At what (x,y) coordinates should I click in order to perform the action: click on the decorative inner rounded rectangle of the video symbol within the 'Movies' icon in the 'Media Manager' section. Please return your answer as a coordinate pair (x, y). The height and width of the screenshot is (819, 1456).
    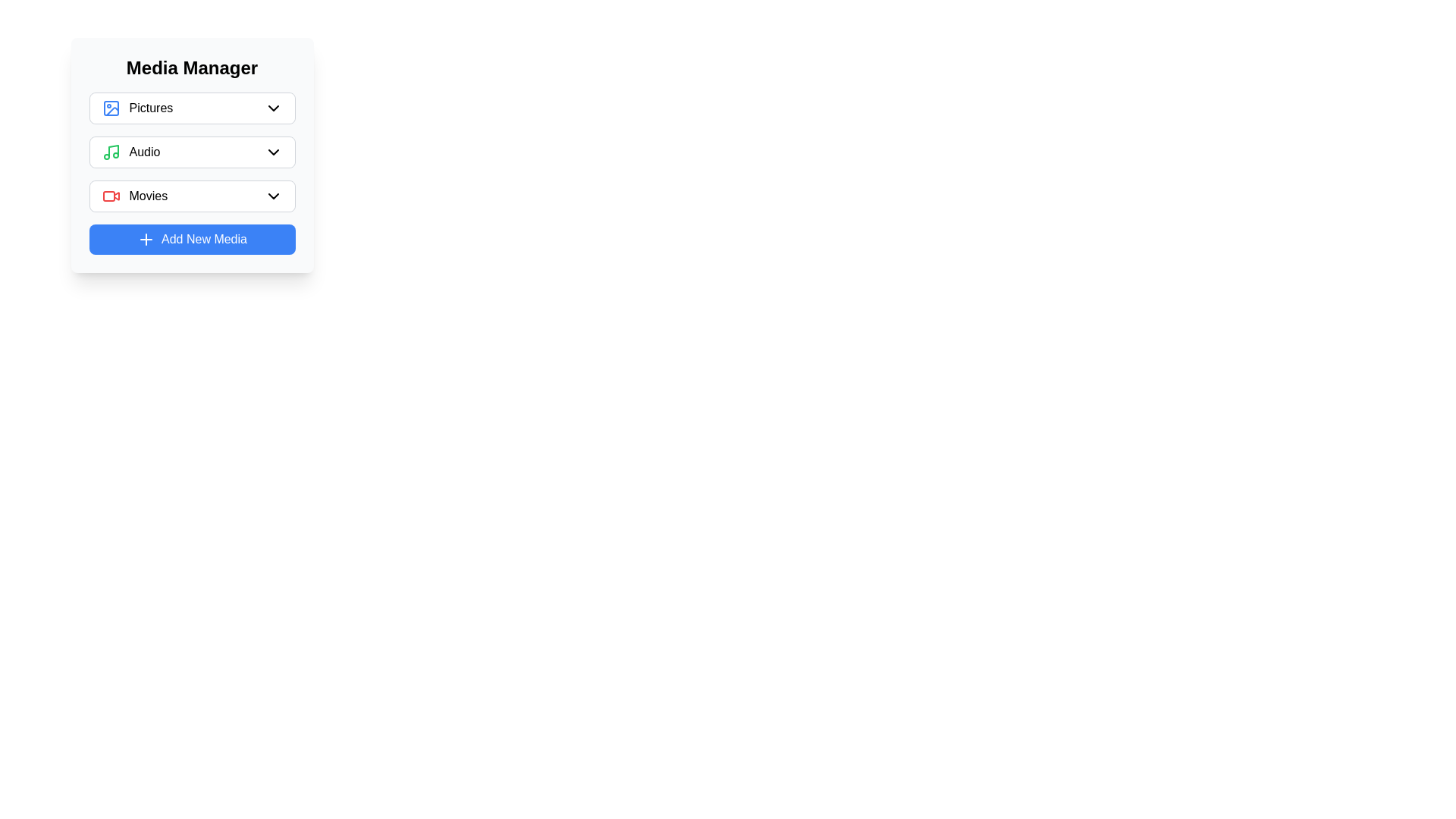
    Looking at the image, I should click on (108, 195).